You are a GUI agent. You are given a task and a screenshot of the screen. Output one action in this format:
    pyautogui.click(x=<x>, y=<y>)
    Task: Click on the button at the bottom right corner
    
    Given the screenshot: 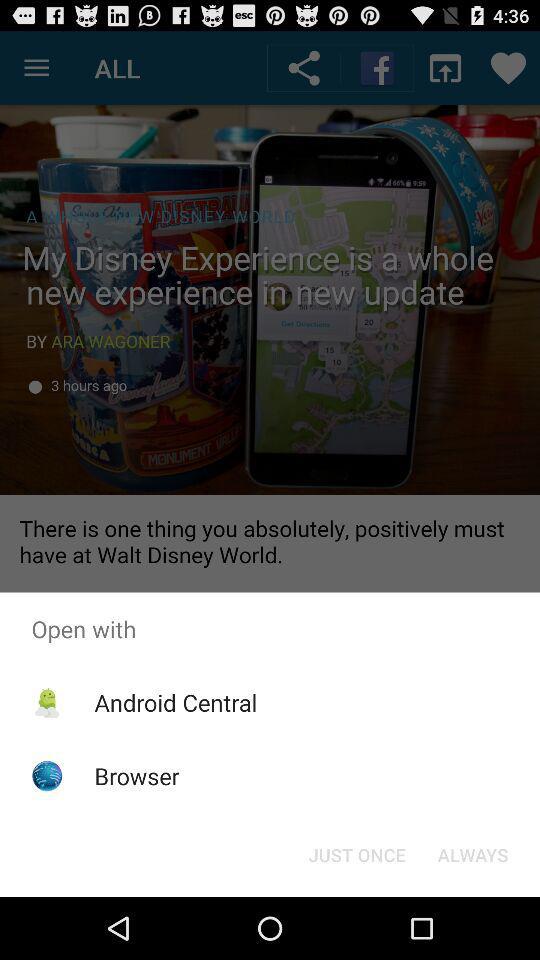 What is the action you would take?
    pyautogui.click(x=472, y=853)
    